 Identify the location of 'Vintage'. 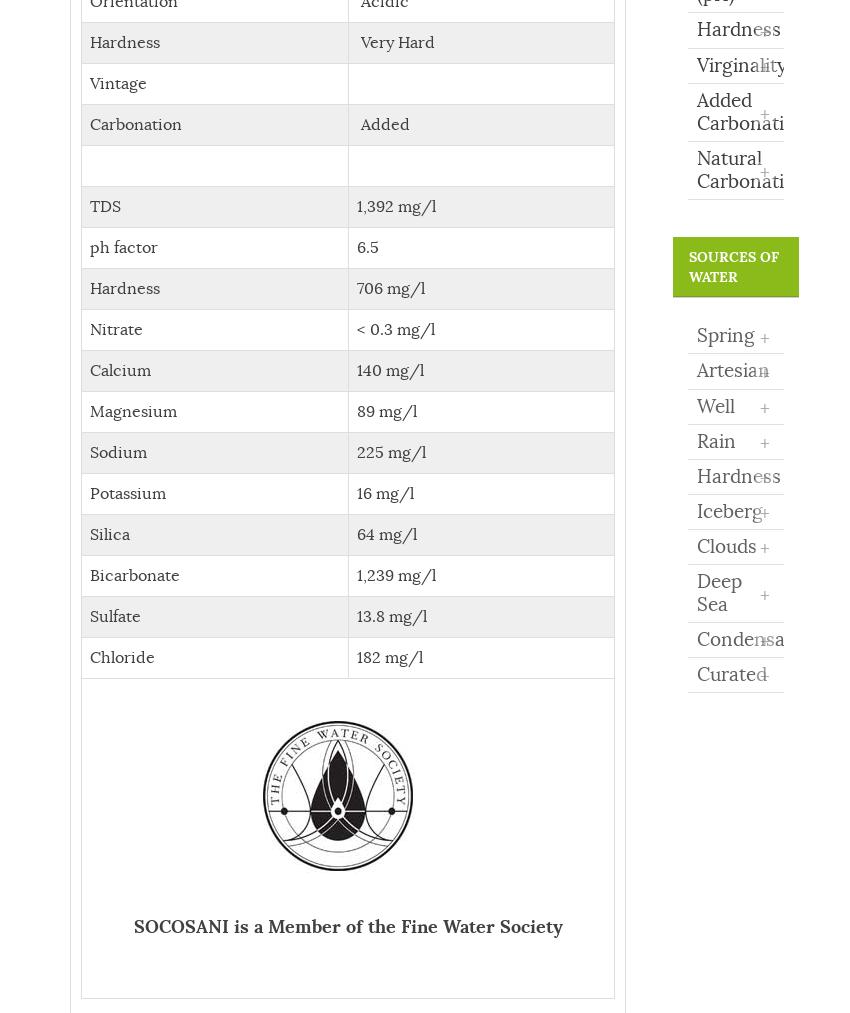
(117, 81).